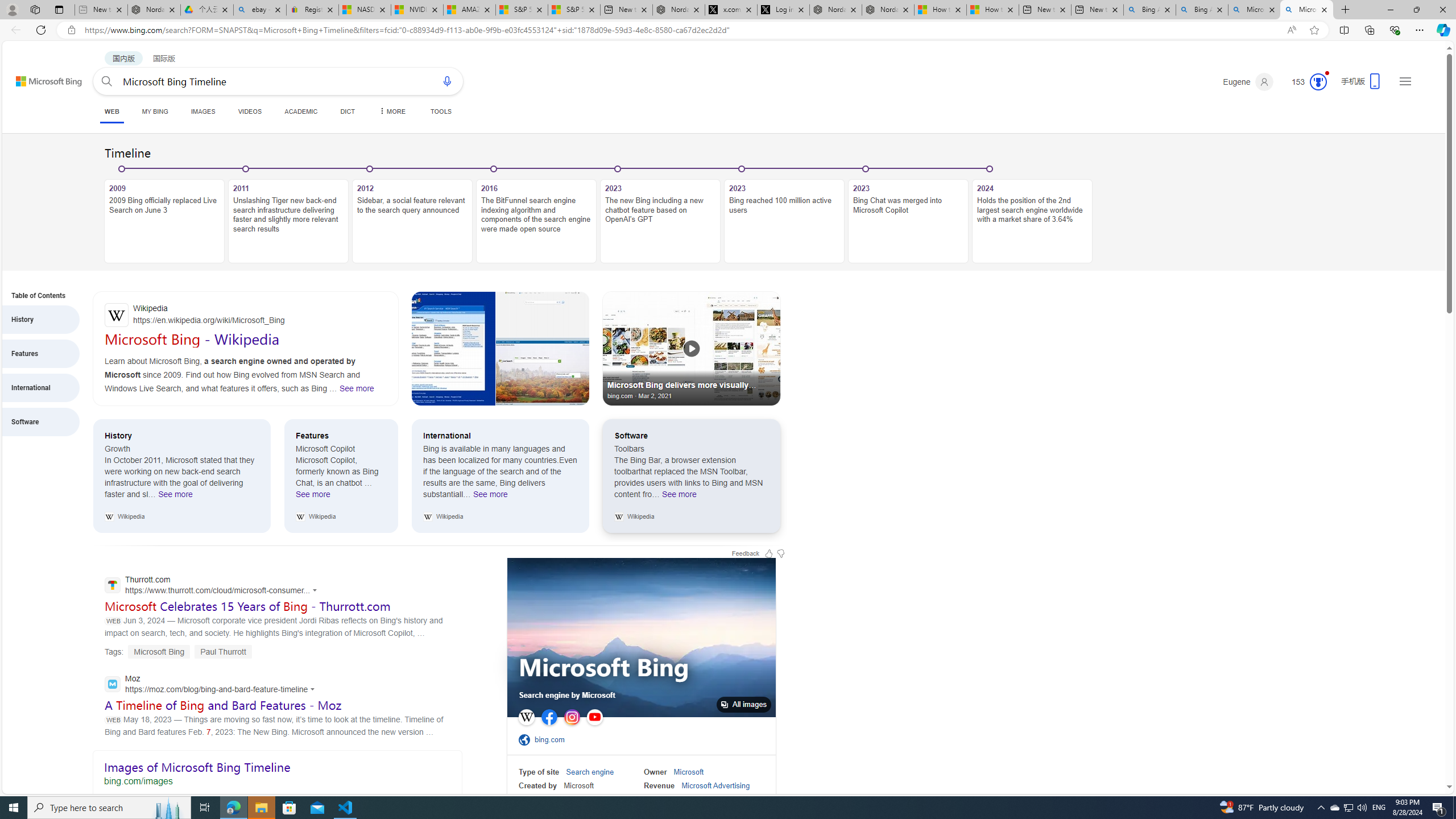 The image size is (1456, 819). I want to click on 'Eugene', so click(1248, 81).